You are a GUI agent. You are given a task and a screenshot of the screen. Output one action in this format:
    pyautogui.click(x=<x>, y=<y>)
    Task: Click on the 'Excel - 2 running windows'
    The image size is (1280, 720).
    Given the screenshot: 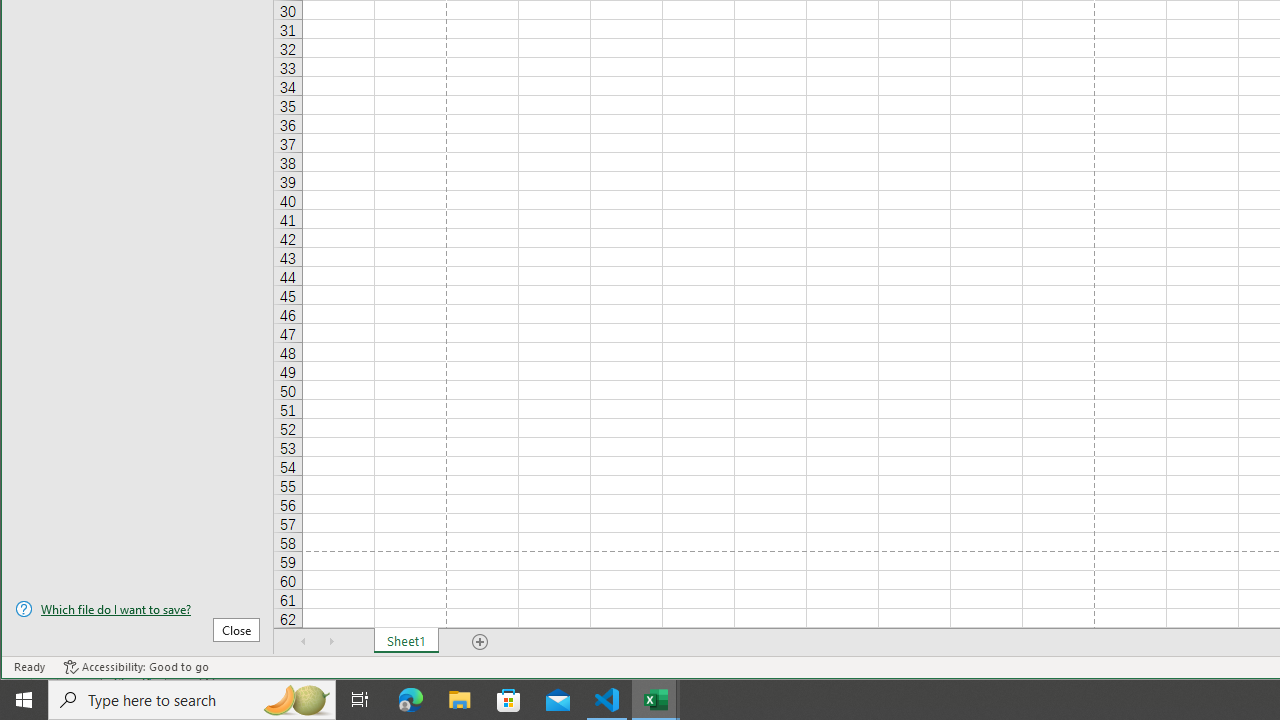 What is the action you would take?
    pyautogui.click(x=656, y=698)
    